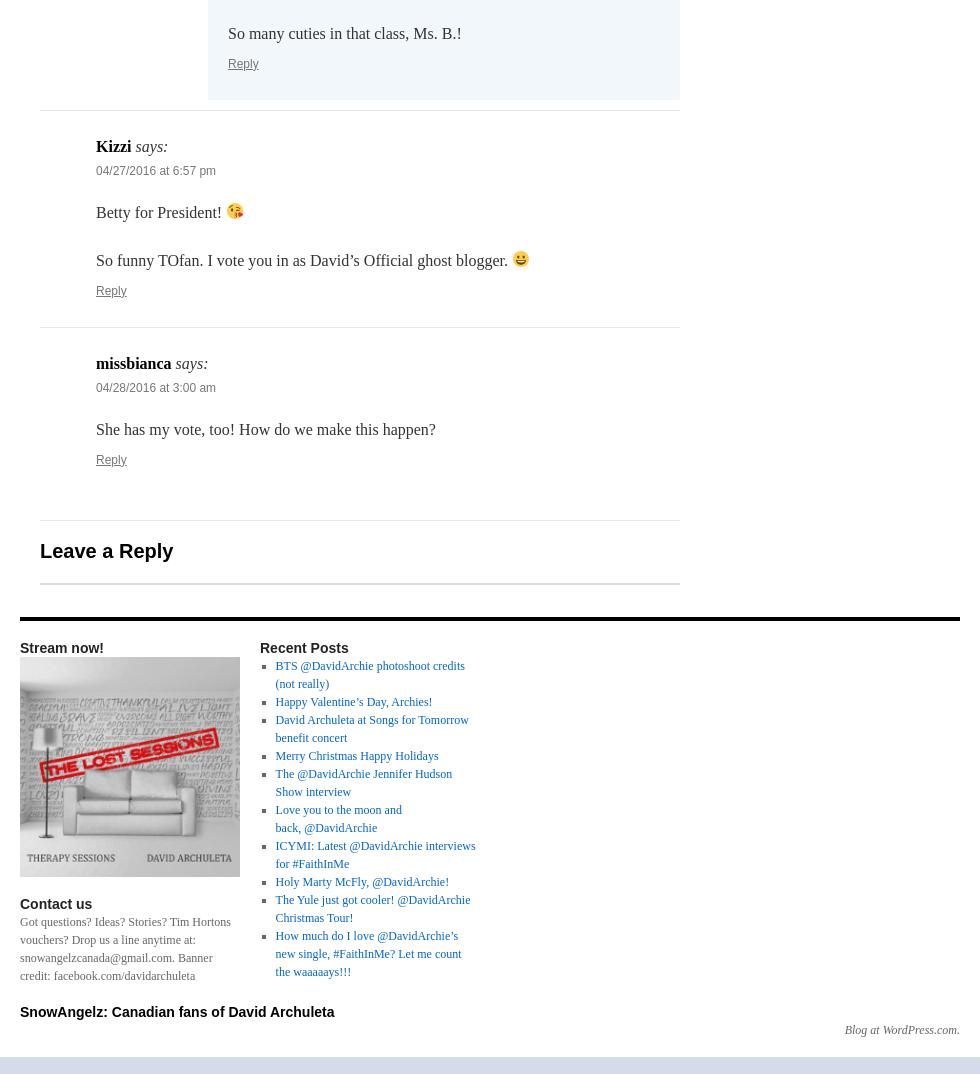 The image size is (980, 1074). I want to click on 'The @DavidArchie Jennifer Hudson Show interview', so click(363, 780).